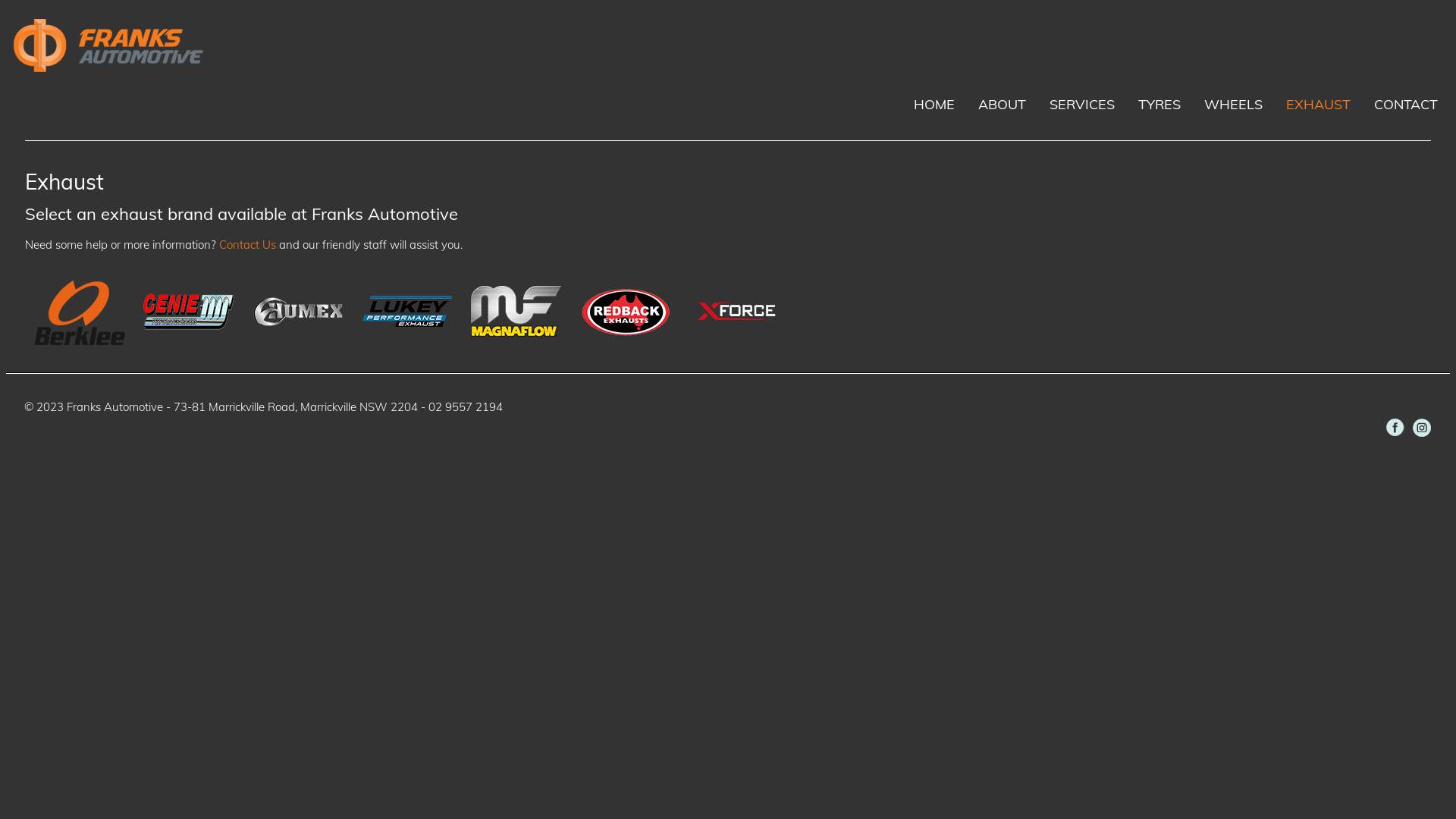 The width and height of the screenshot is (1456, 819). I want to click on '02 9557 2194', so click(428, 406).